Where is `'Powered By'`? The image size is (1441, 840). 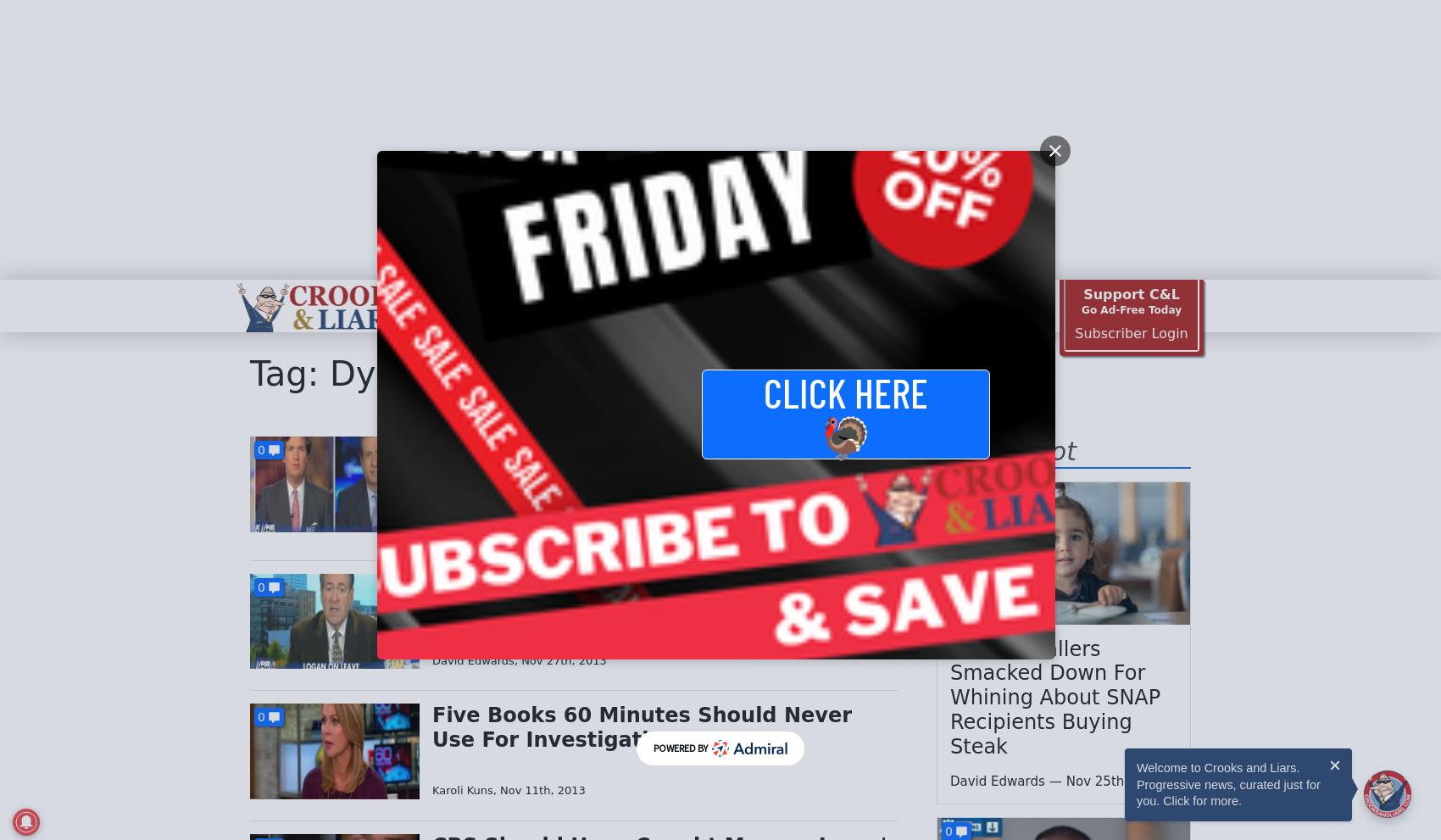
'Powered By' is located at coordinates (652, 747).